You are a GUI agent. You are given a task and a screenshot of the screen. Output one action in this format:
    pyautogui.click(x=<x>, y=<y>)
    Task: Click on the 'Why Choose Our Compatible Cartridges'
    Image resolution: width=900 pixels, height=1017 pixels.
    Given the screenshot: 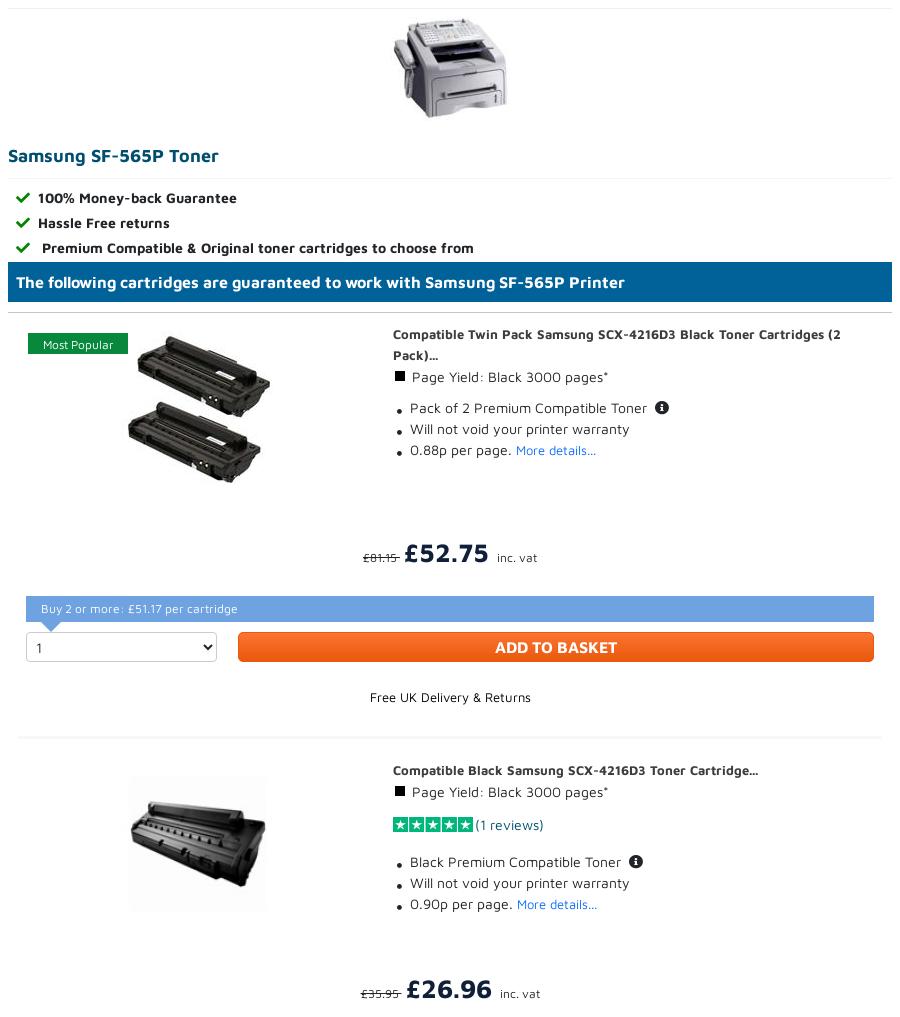 What is the action you would take?
    pyautogui.click(x=135, y=380)
    